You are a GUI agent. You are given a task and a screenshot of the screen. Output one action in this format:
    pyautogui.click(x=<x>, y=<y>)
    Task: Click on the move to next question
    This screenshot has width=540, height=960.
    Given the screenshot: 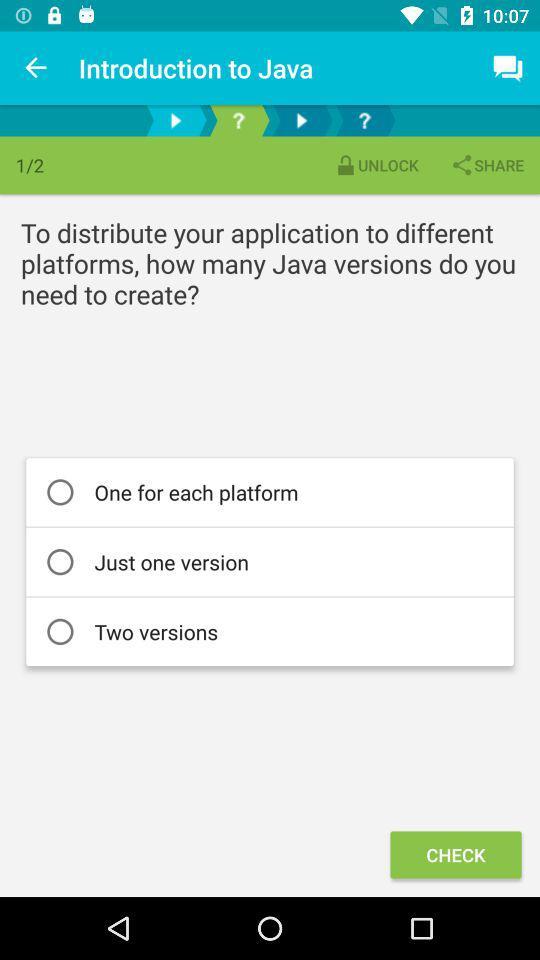 What is the action you would take?
    pyautogui.click(x=175, y=120)
    